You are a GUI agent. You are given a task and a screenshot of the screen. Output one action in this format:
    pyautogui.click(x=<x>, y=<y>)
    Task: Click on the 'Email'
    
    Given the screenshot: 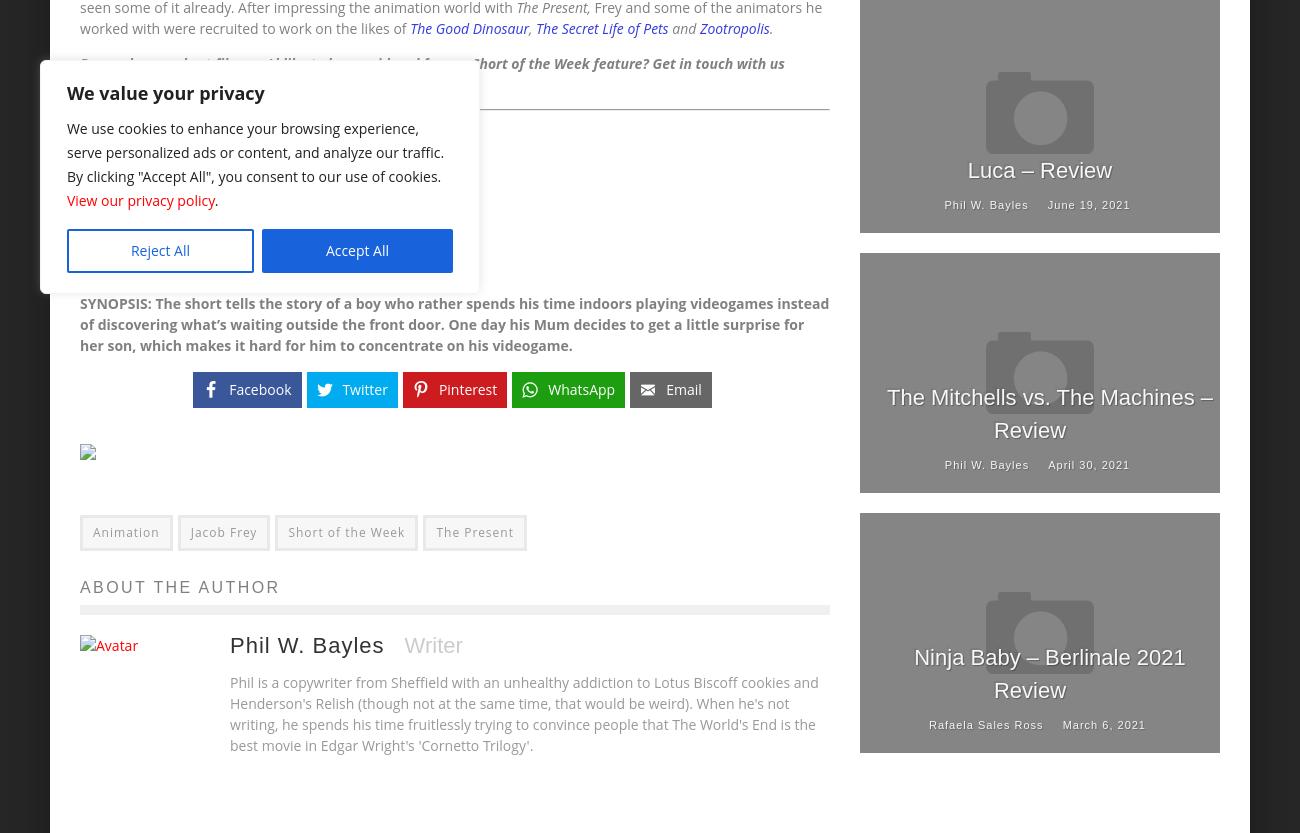 What is the action you would take?
    pyautogui.click(x=682, y=389)
    